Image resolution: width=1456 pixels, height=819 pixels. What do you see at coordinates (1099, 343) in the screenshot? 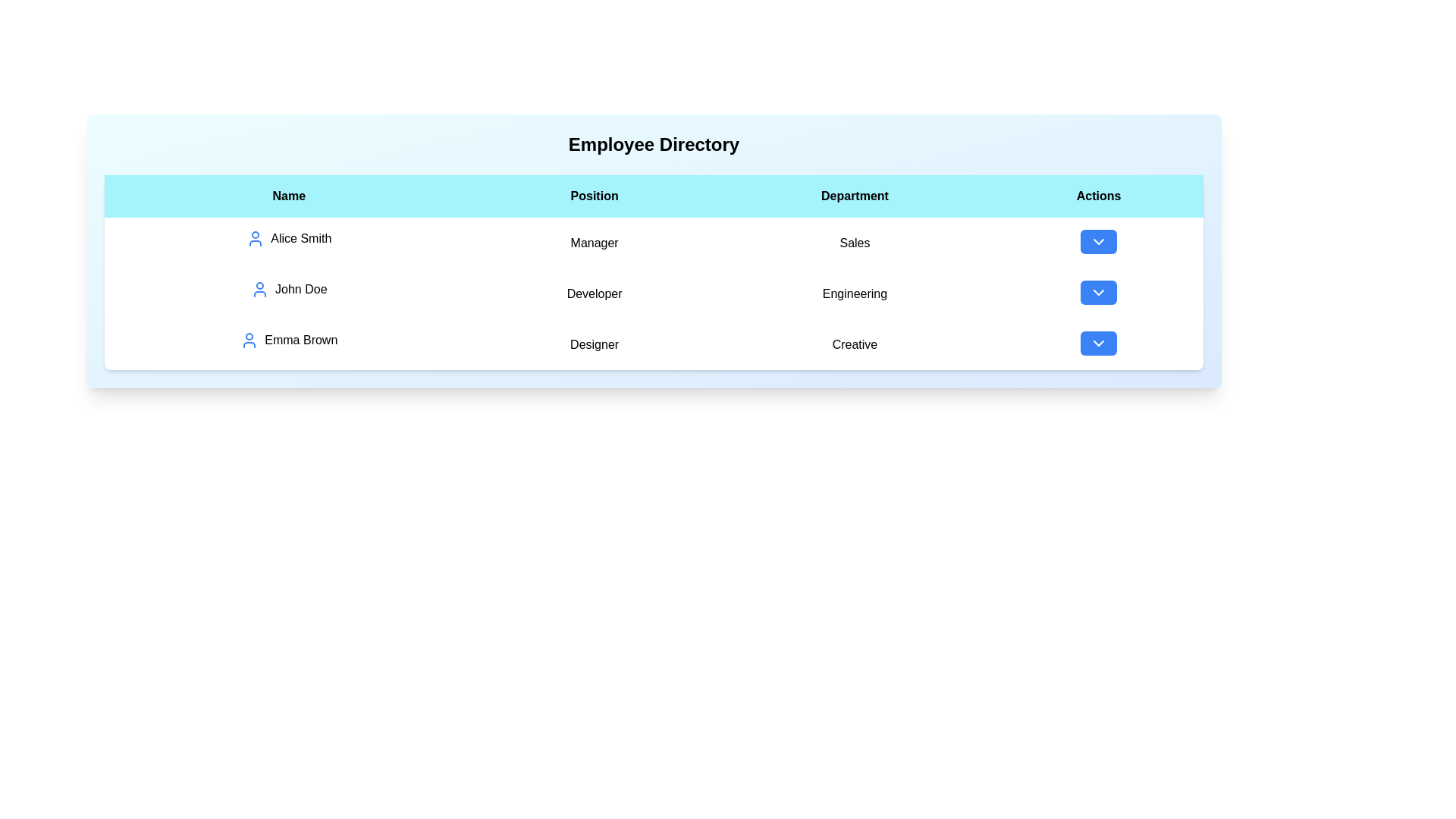
I see `the dropdown button aligned with the 'Creative' label in the 'Department' column to trigger a tooltip or highlight effect` at bounding box center [1099, 343].